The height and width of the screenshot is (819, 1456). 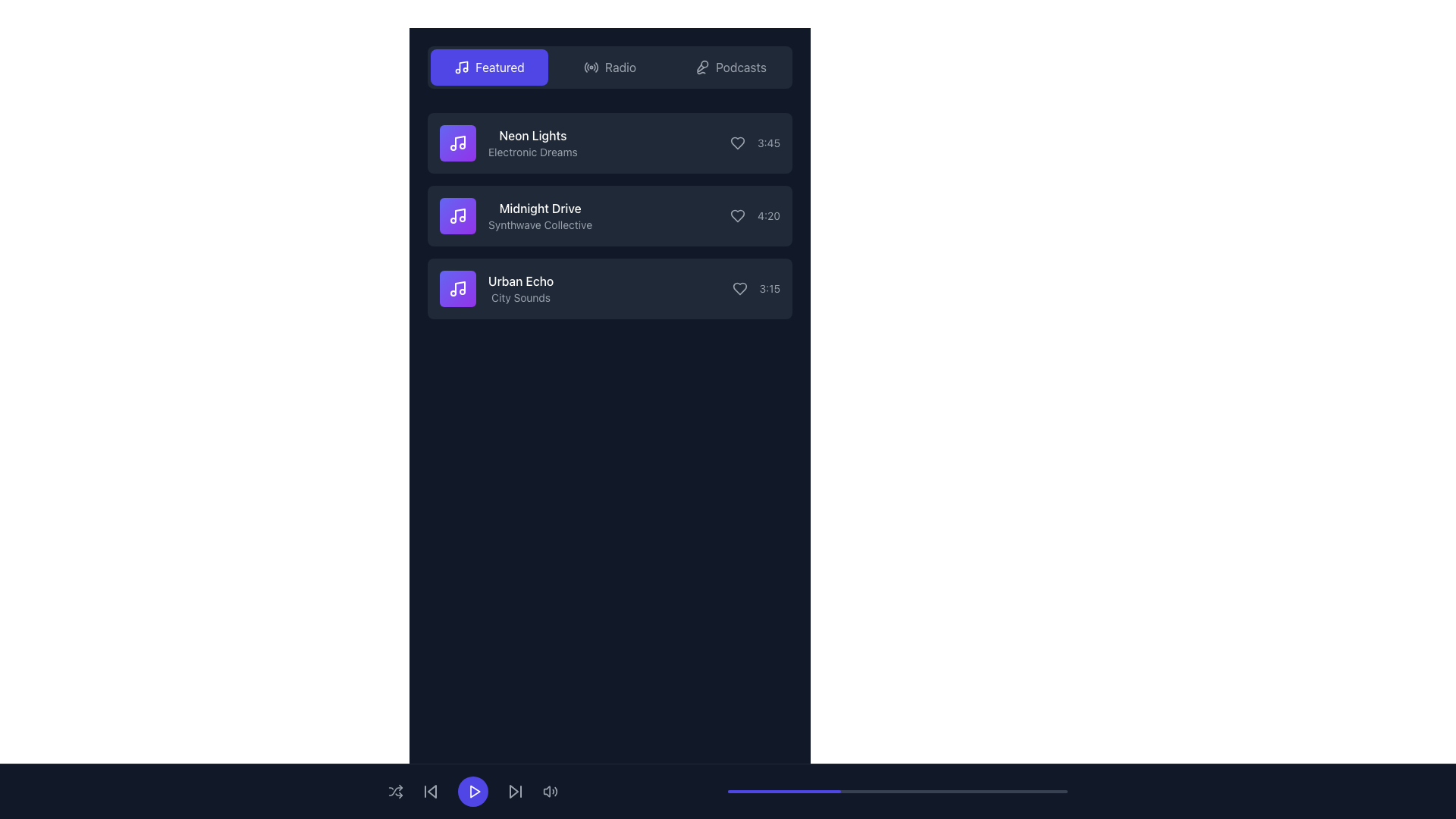 What do you see at coordinates (521, 289) in the screenshot?
I see `the static text display element that shows 'Urban Echo' and 'City Sounds', which is the third list item in the music tracks sidebar` at bounding box center [521, 289].